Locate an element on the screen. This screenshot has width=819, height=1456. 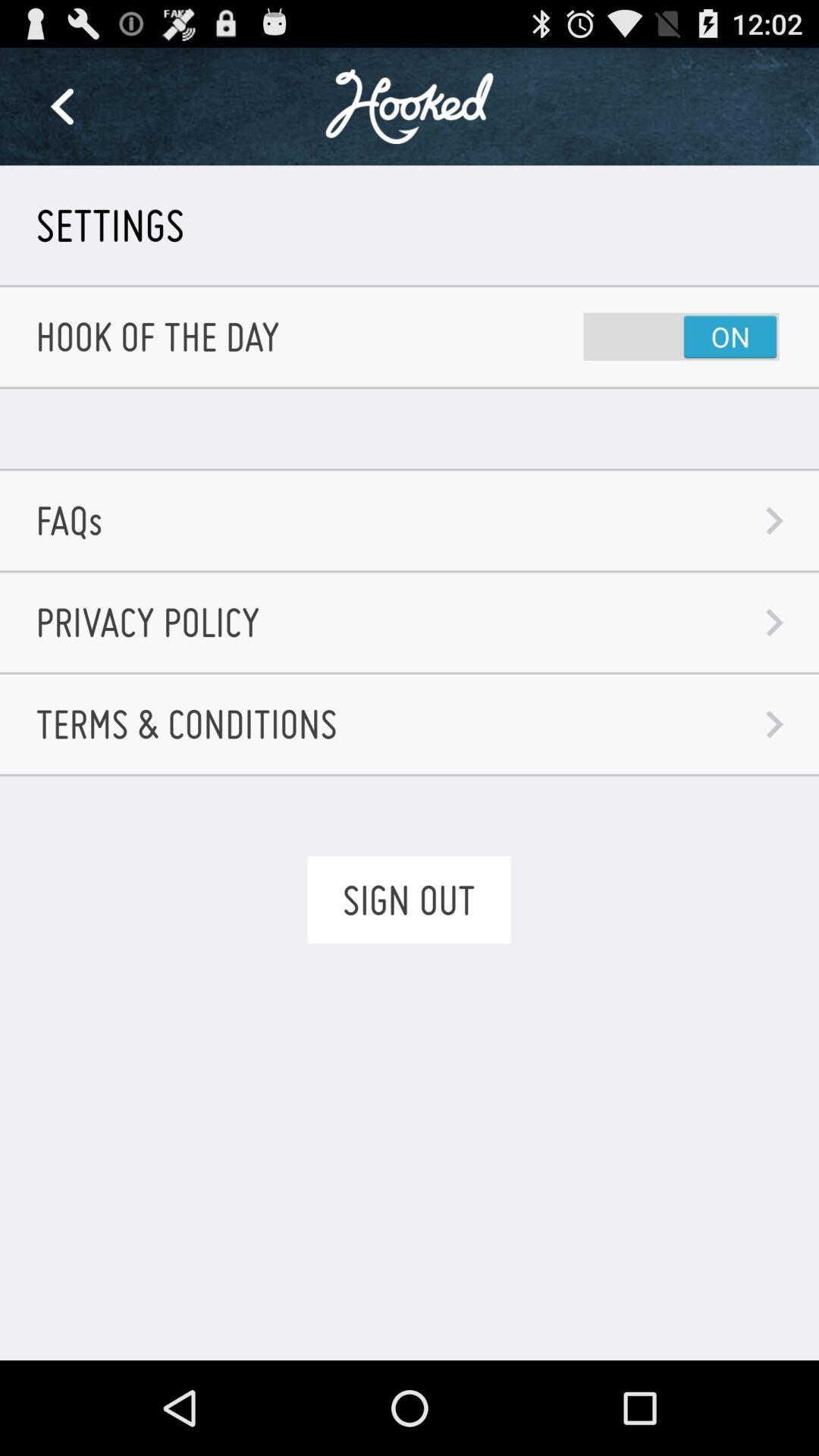
the arrow_backward icon is located at coordinates (61, 113).